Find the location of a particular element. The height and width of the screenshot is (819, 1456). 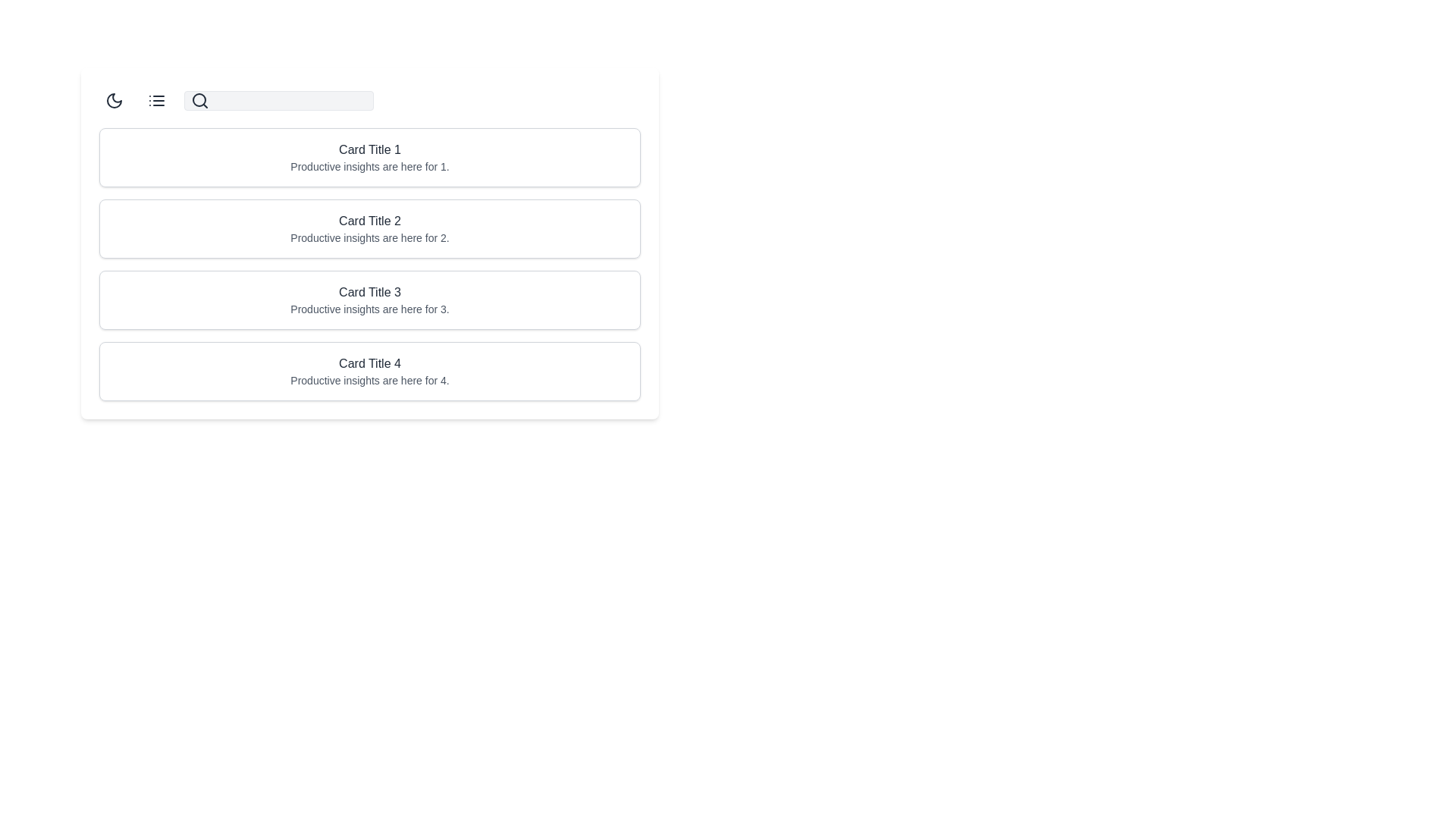

the static text reading 'Productive insights are here for 3.' which is styled in a small gray font and located below the title 'Card Title 3' in the third card of a vertical list is located at coordinates (370, 309).